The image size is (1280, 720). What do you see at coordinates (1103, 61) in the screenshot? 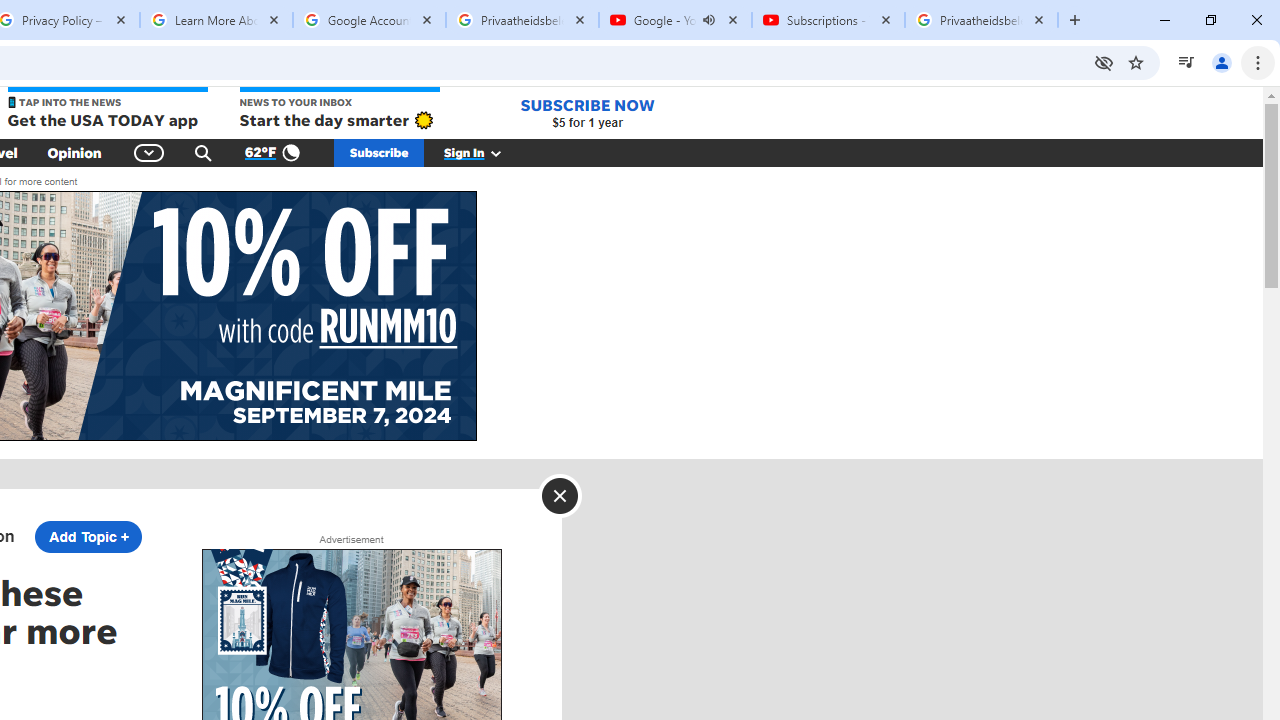
I see `'Third-party cookies blocked'` at bounding box center [1103, 61].